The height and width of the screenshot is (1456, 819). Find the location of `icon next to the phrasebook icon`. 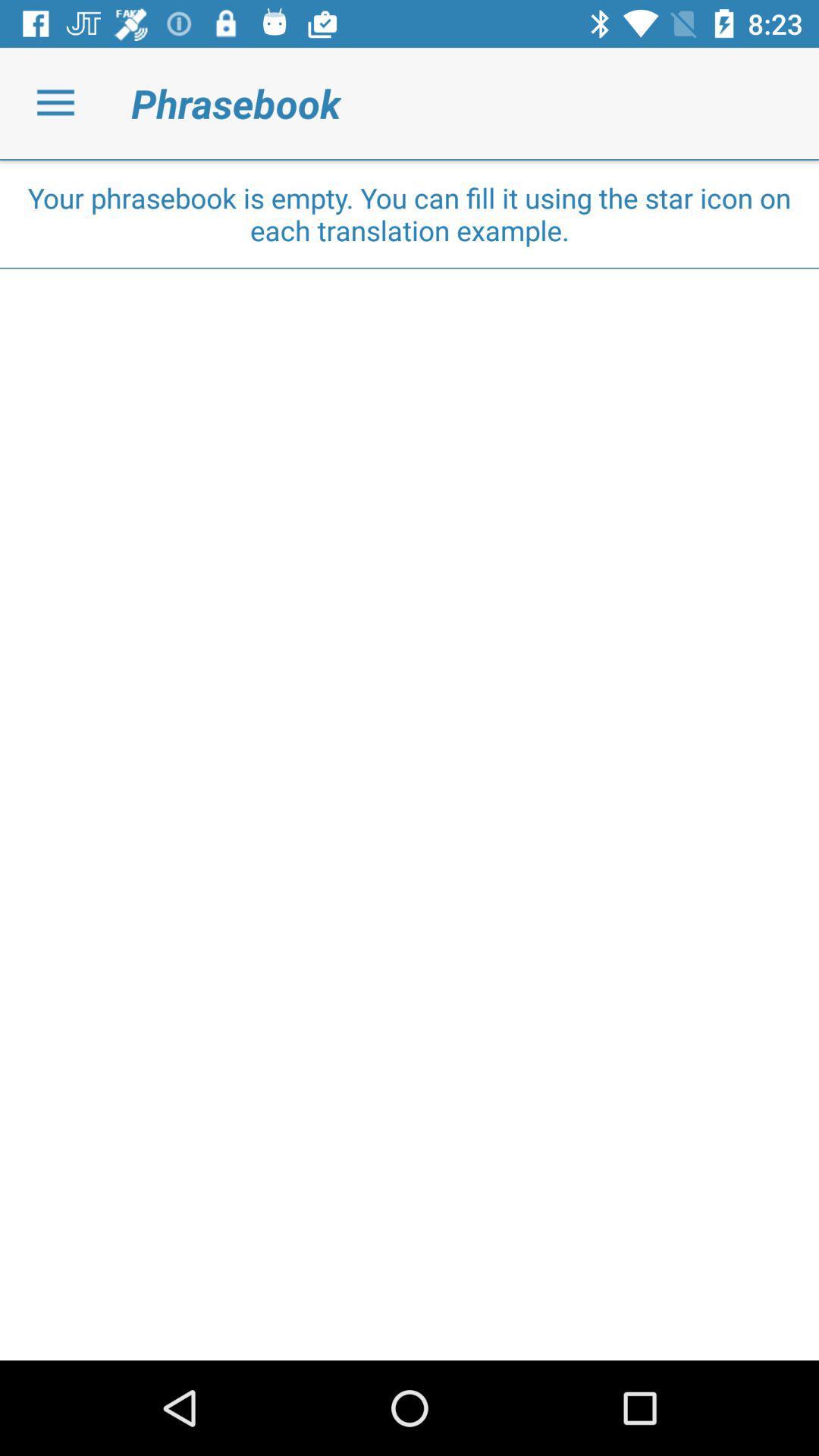

icon next to the phrasebook icon is located at coordinates (55, 102).